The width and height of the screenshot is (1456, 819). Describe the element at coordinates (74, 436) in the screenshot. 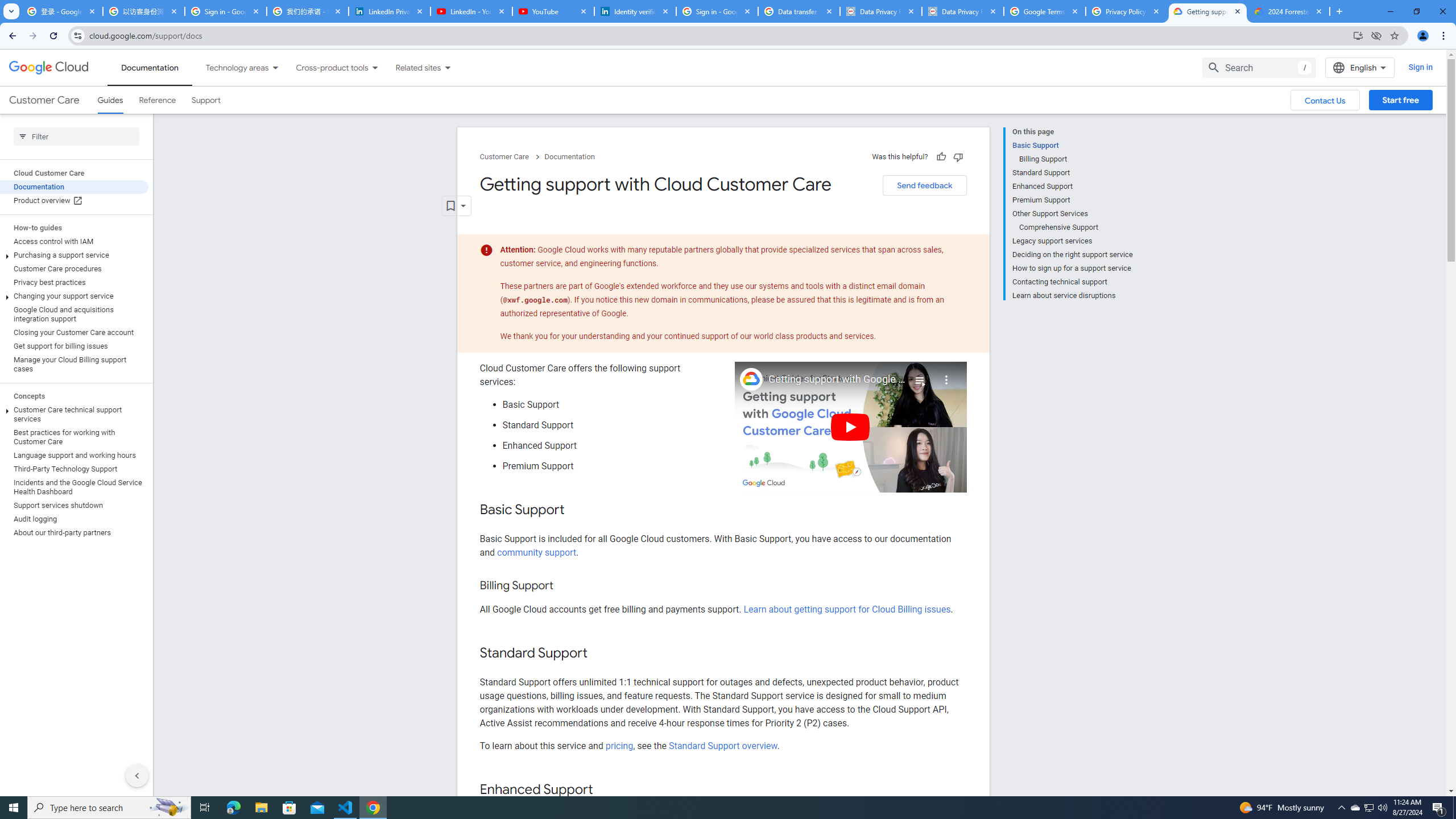

I see `'Best practices for working with Customer Care'` at that location.